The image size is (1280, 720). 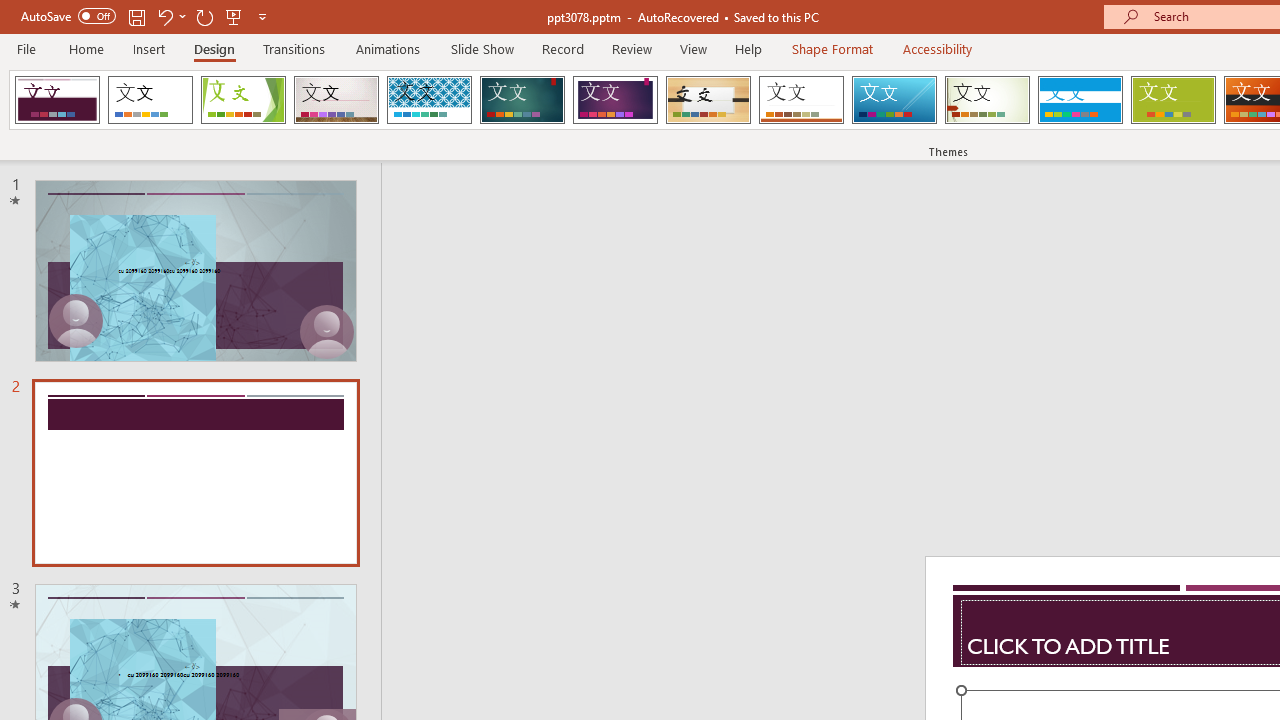 I want to click on 'Ion Boardroom', so click(x=614, y=100).